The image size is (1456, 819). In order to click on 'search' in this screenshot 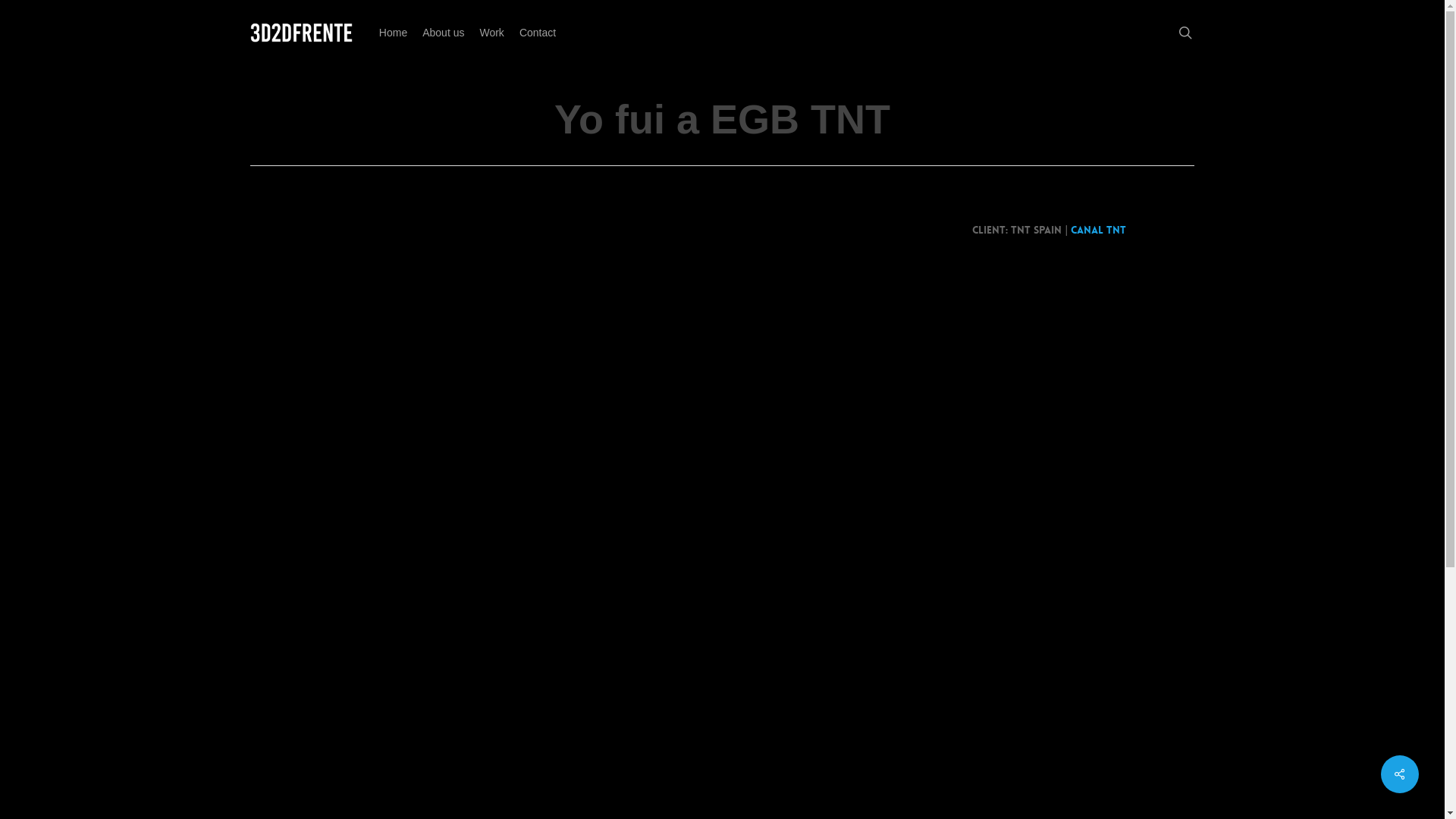, I will do `click(1185, 32)`.